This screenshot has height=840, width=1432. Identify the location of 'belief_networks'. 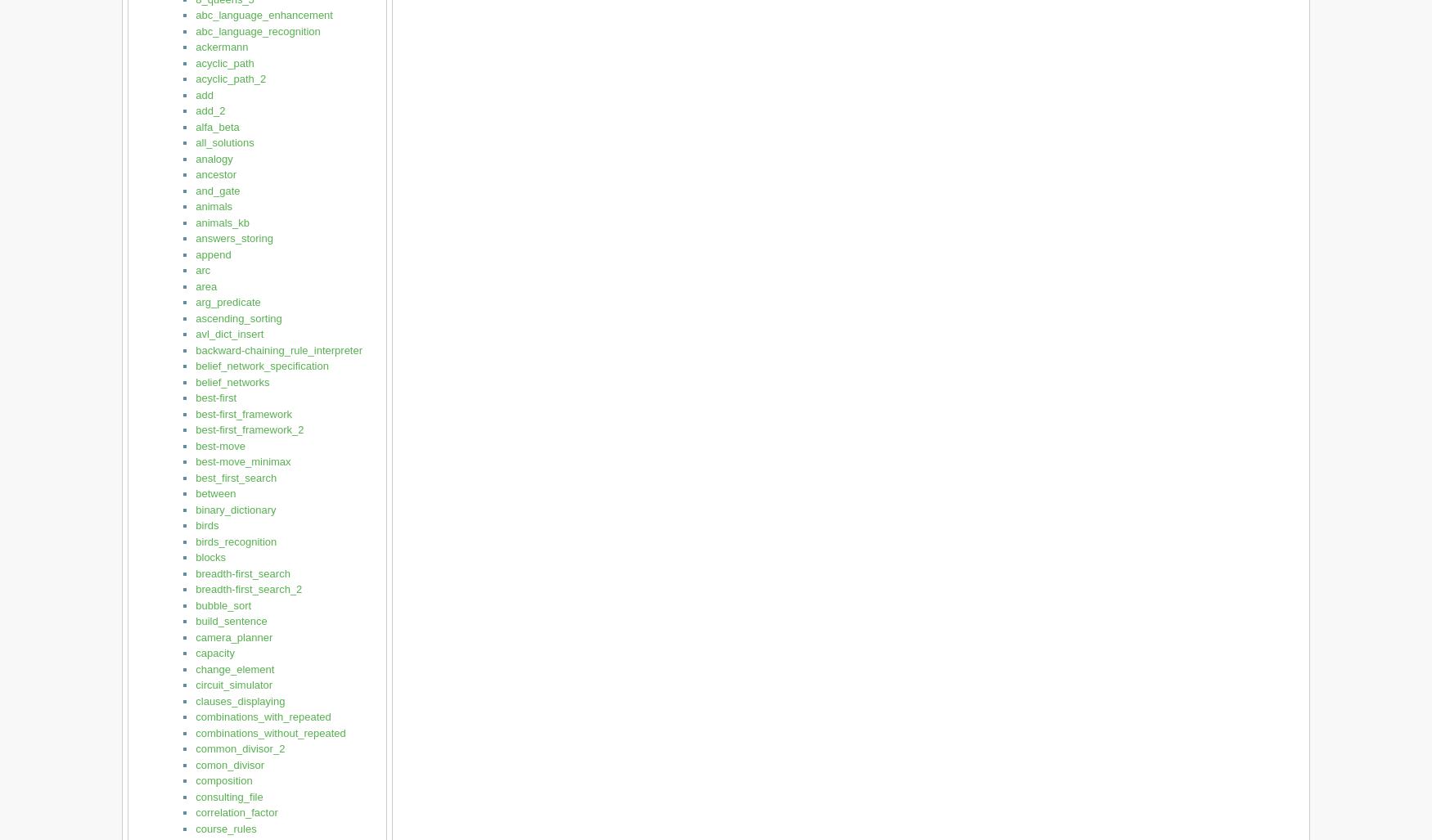
(232, 381).